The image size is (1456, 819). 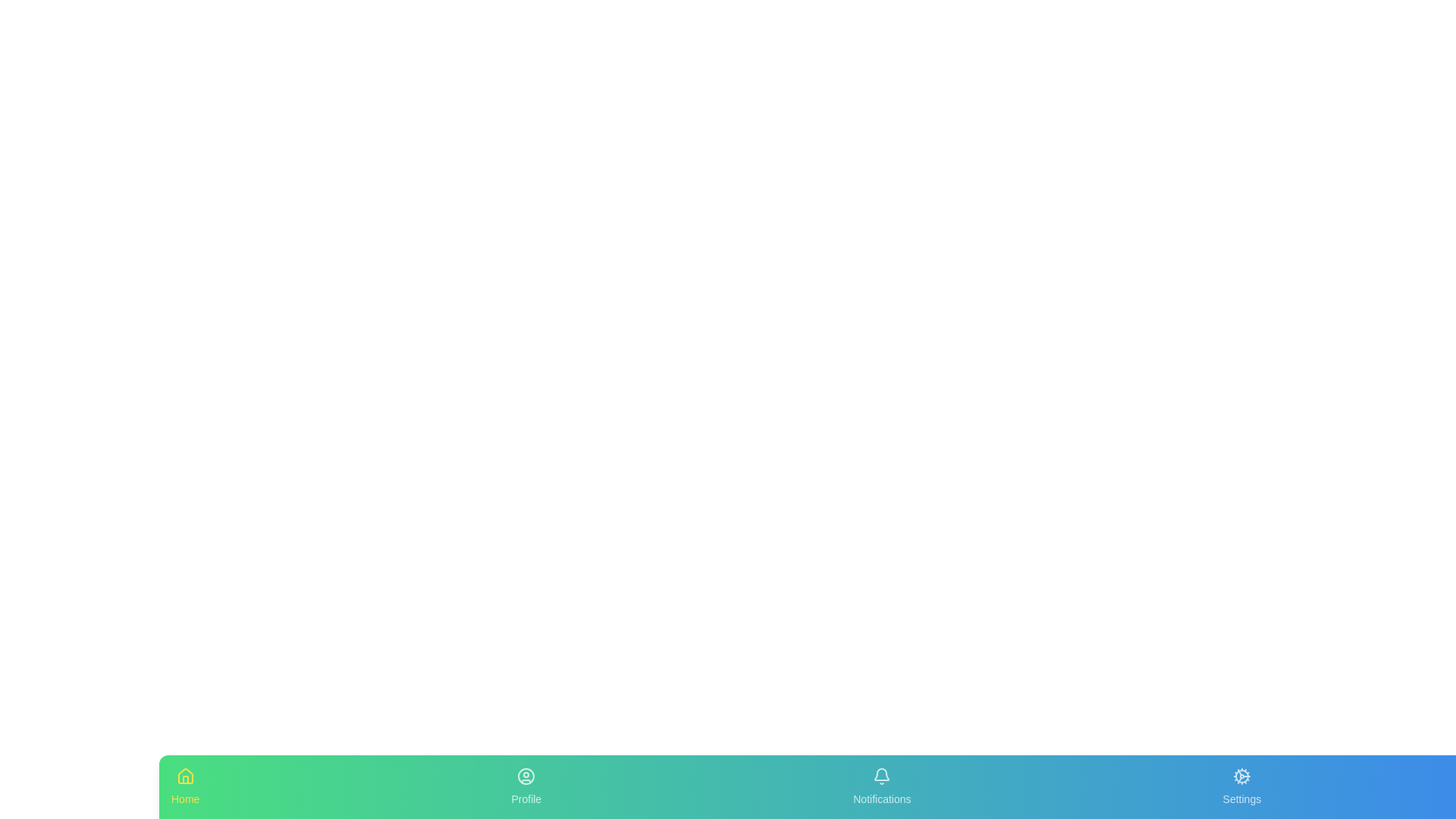 What do you see at coordinates (184, 786) in the screenshot?
I see `the tab labeled Home in the bottom navigation` at bounding box center [184, 786].